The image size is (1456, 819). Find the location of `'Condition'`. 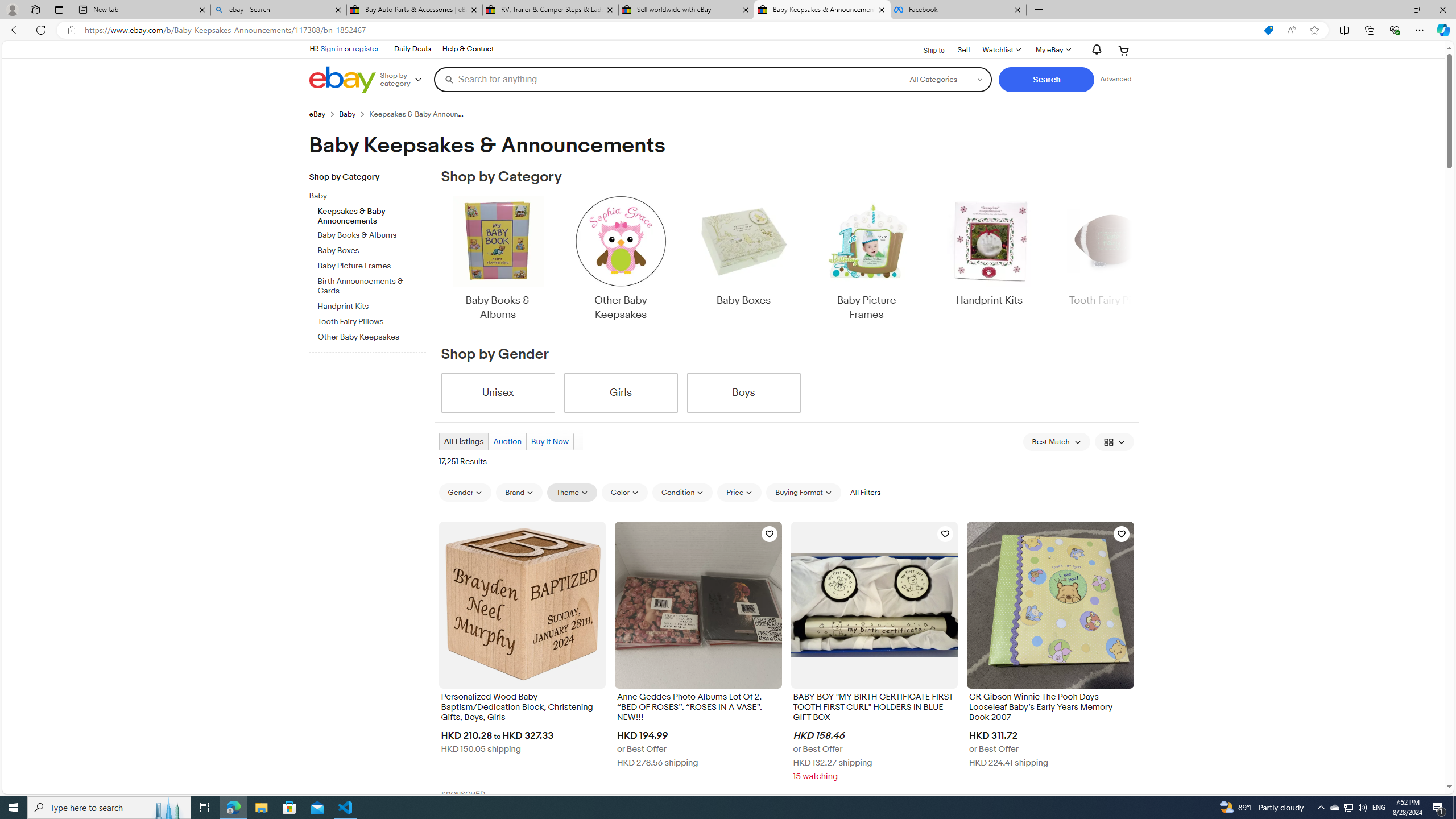

'Condition' is located at coordinates (682, 492).